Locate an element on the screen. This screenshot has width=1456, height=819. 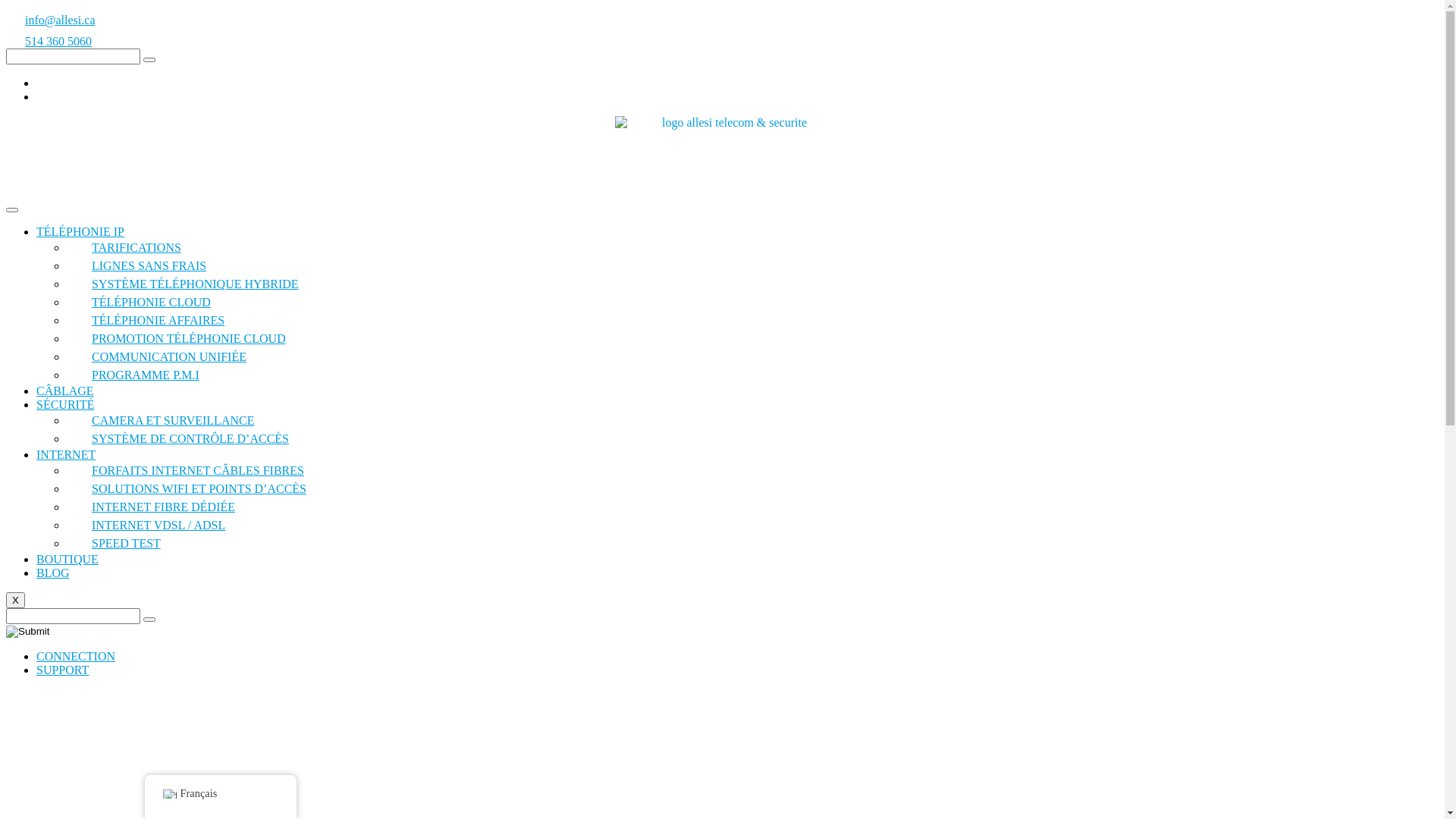
'INTERNET VDSL / ADSL' is located at coordinates (166, 523).